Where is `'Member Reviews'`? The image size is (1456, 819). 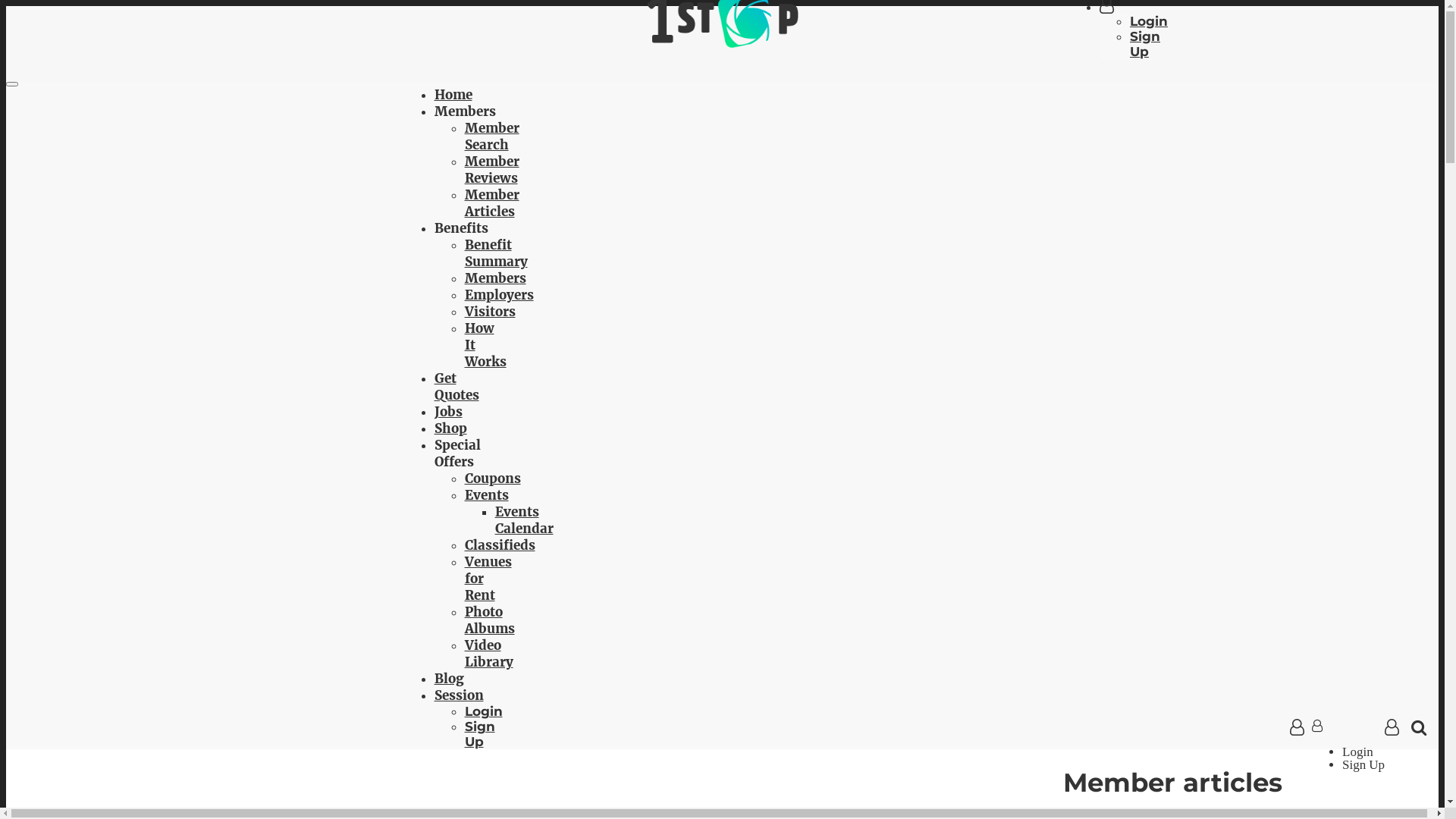 'Member Reviews' is located at coordinates (491, 169).